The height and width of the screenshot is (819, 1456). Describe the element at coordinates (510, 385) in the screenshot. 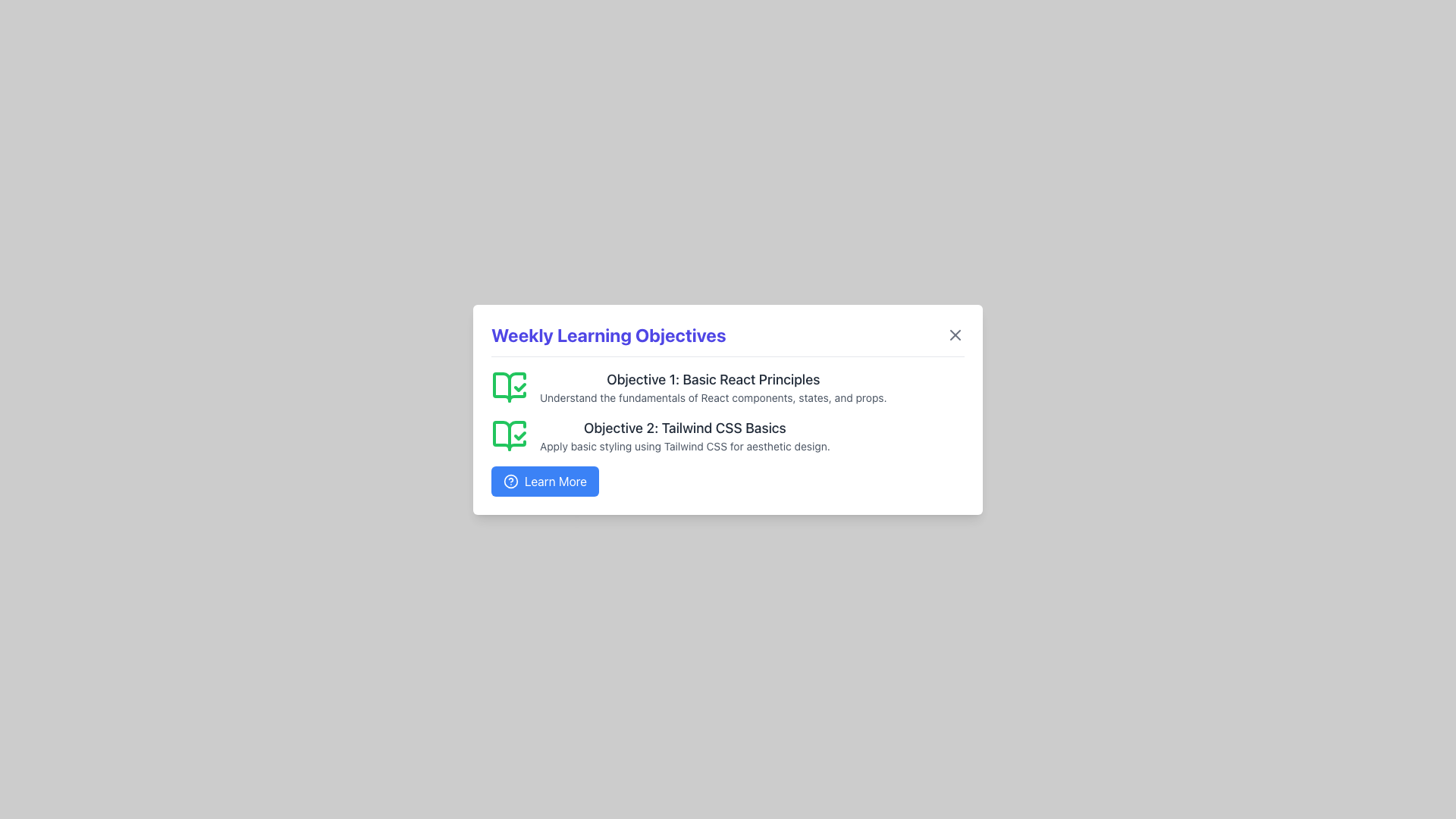

I see `the green open book icon with a checkmark, which is positioned to the left of the text 'Objective 1: Basic React Principles' in a card-like interface` at that location.